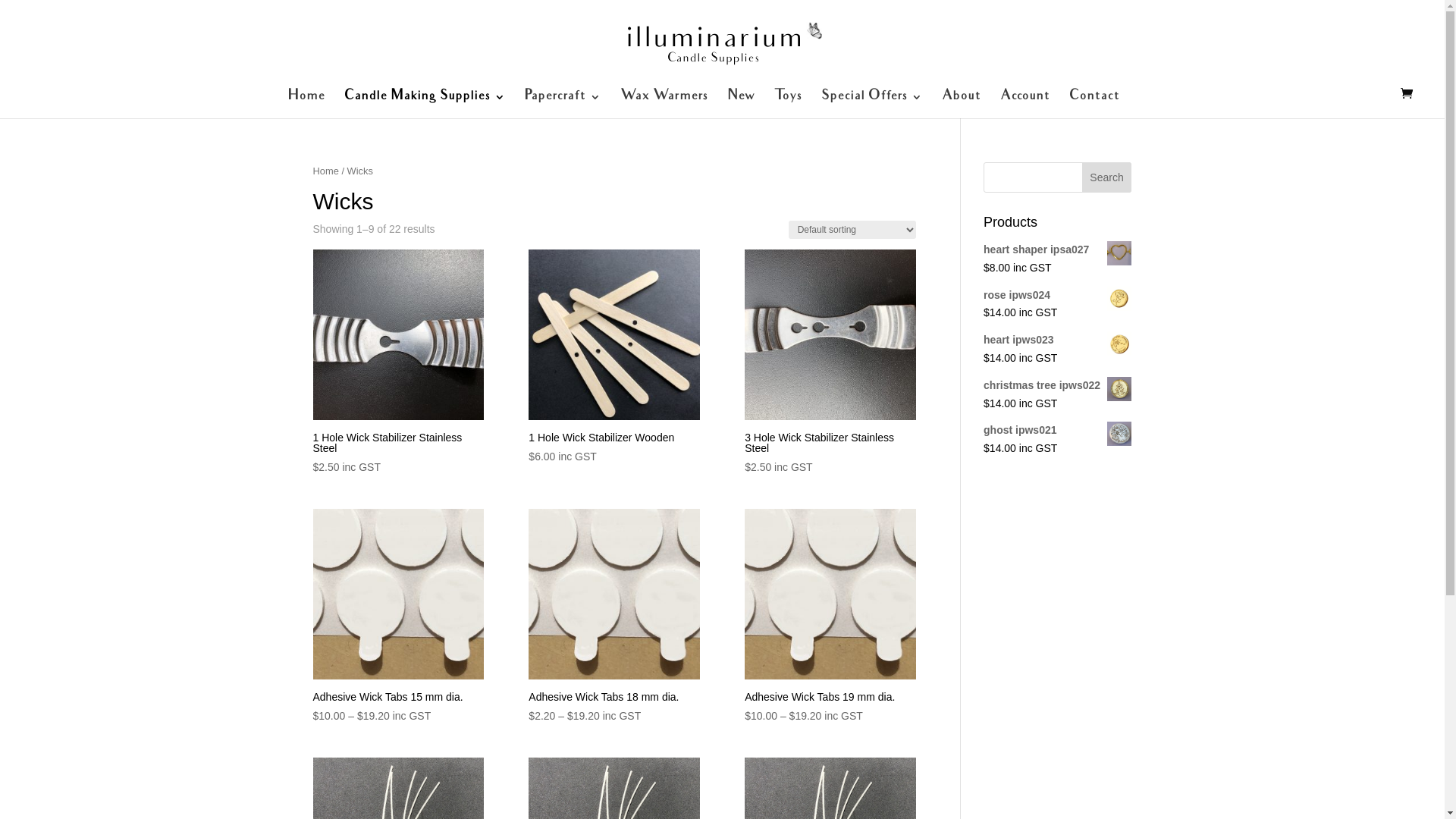 Image resolution: width=1456 pixels, height=819 pixels. What do you see at coordinates (983, 385) in the screenshot?
I see `'christmas tree ipws022'` at bounding box center [983, 385].